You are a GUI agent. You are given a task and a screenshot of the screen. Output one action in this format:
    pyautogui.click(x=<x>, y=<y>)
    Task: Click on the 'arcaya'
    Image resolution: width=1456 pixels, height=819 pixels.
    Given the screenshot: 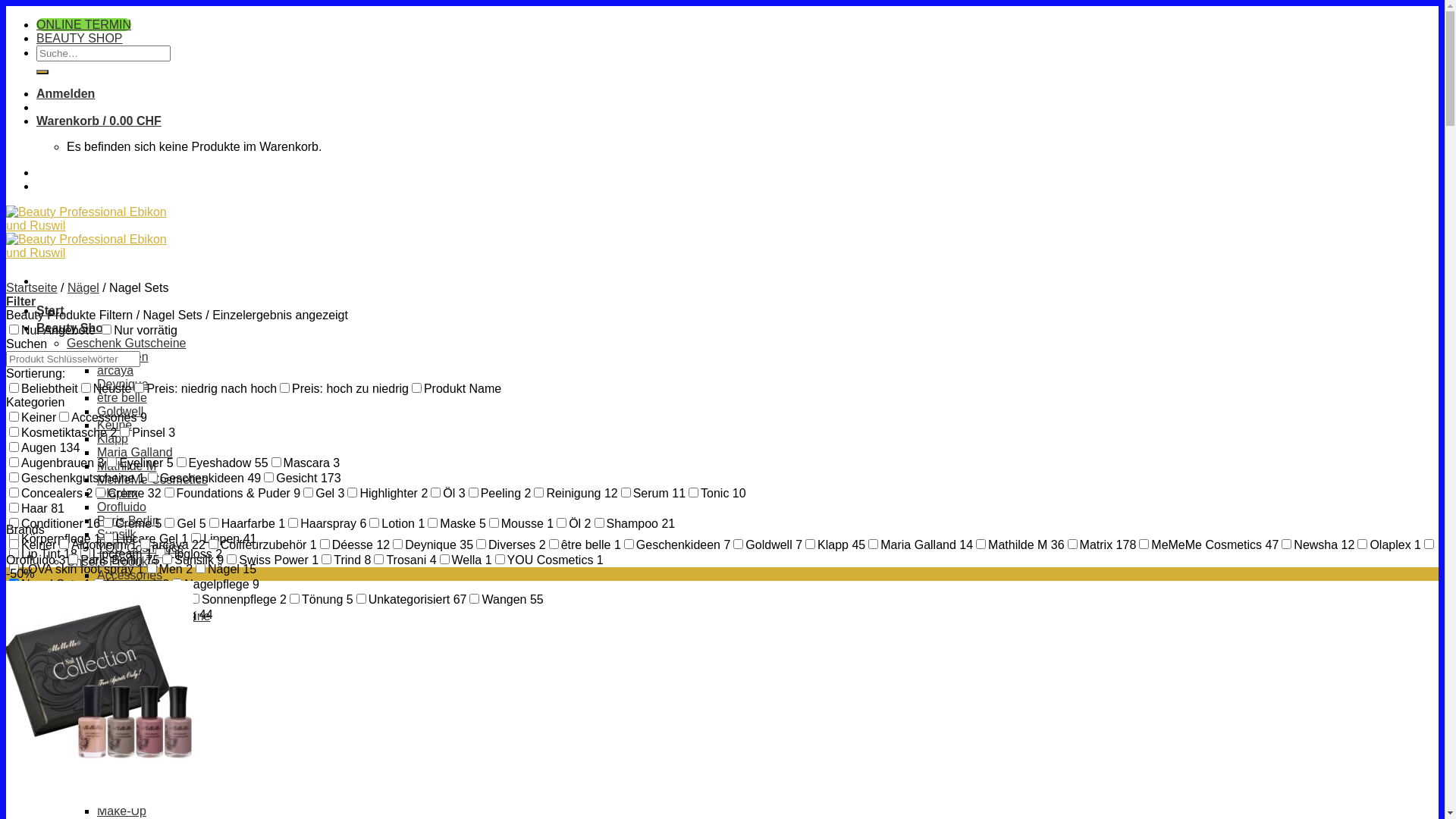 What is the action you would take?
    pyautogui.click(x=115, y=370)
    